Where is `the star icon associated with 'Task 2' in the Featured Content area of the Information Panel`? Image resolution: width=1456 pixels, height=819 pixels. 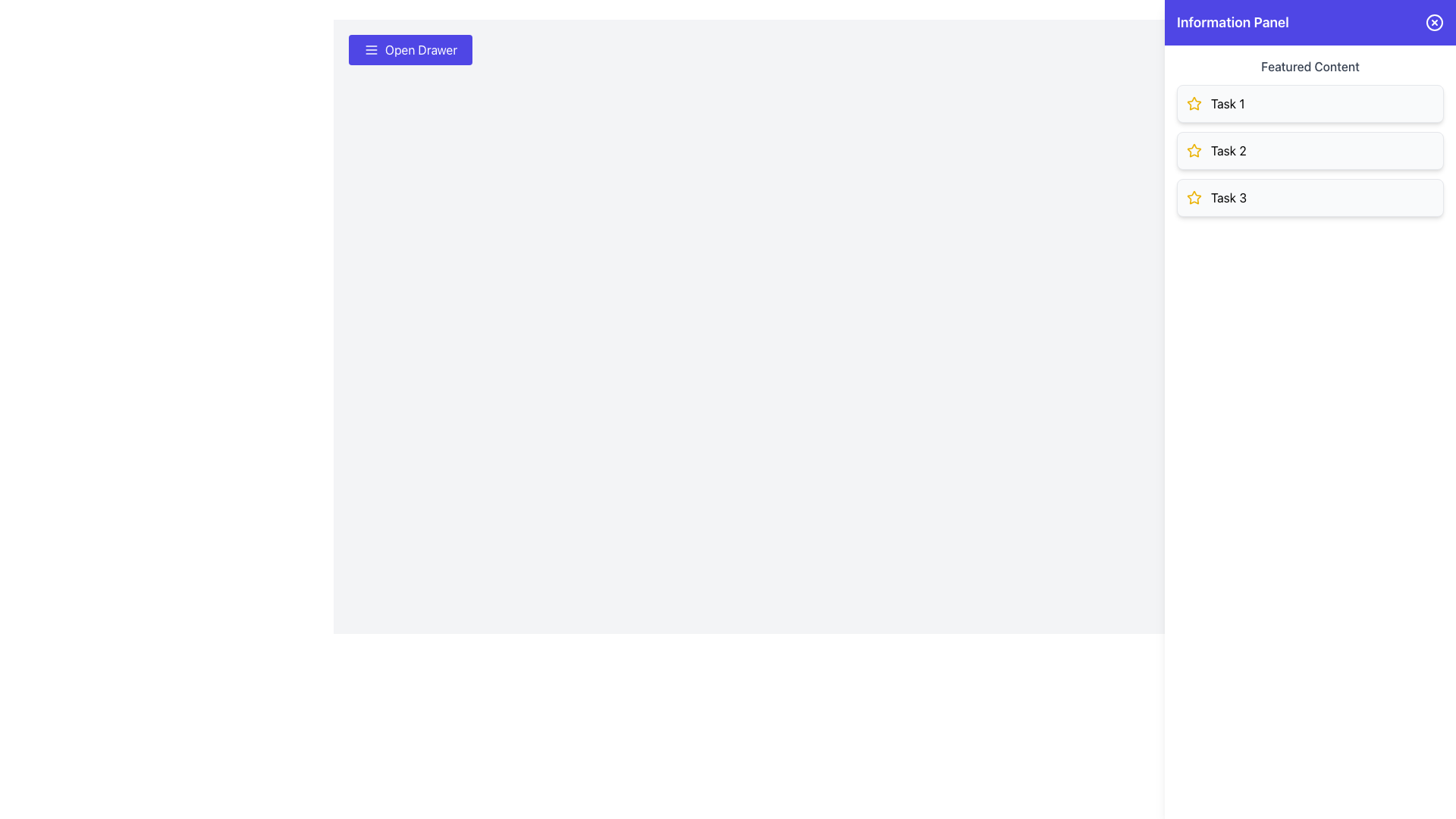
the star icon associated with 'Task 2' in the Featured Content area of the Information Panel is located at coordinates (1193, 151).